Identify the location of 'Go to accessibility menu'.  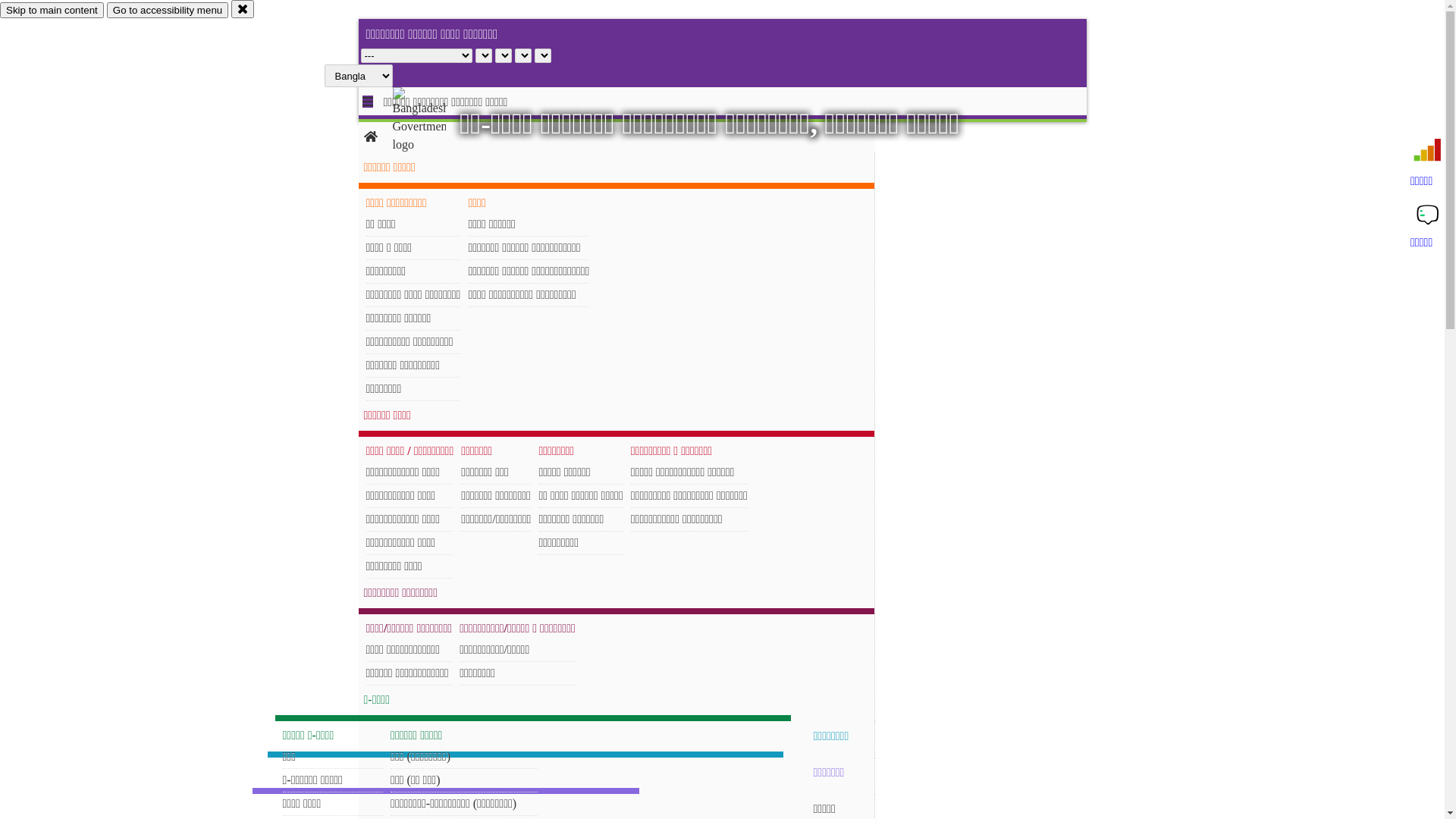
(105, 10).